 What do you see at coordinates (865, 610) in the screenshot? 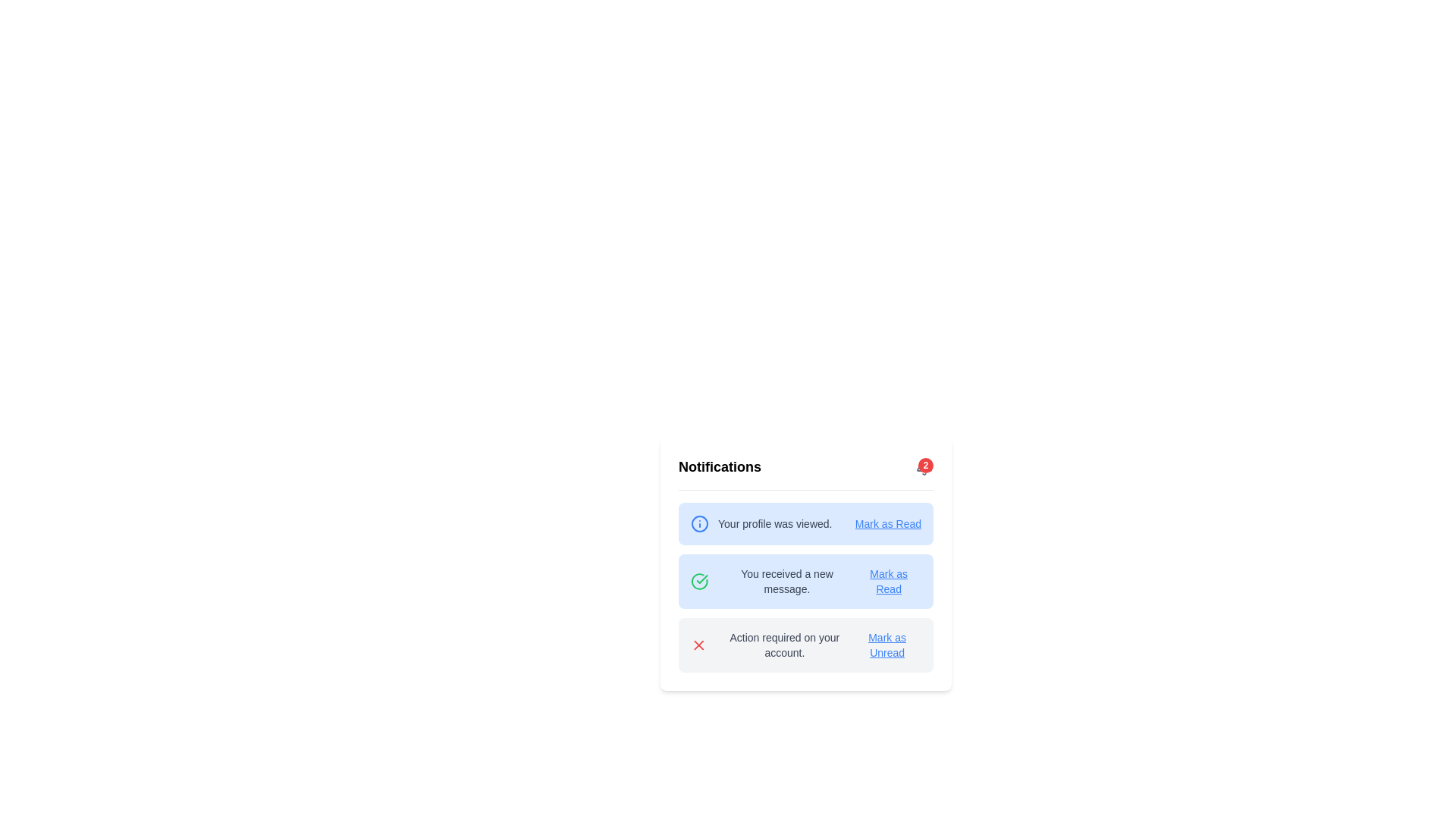
I see `the 'Mark as Read' action link in the second notification message which indicates 'You received a new message'` at bounding box center [865, 610].